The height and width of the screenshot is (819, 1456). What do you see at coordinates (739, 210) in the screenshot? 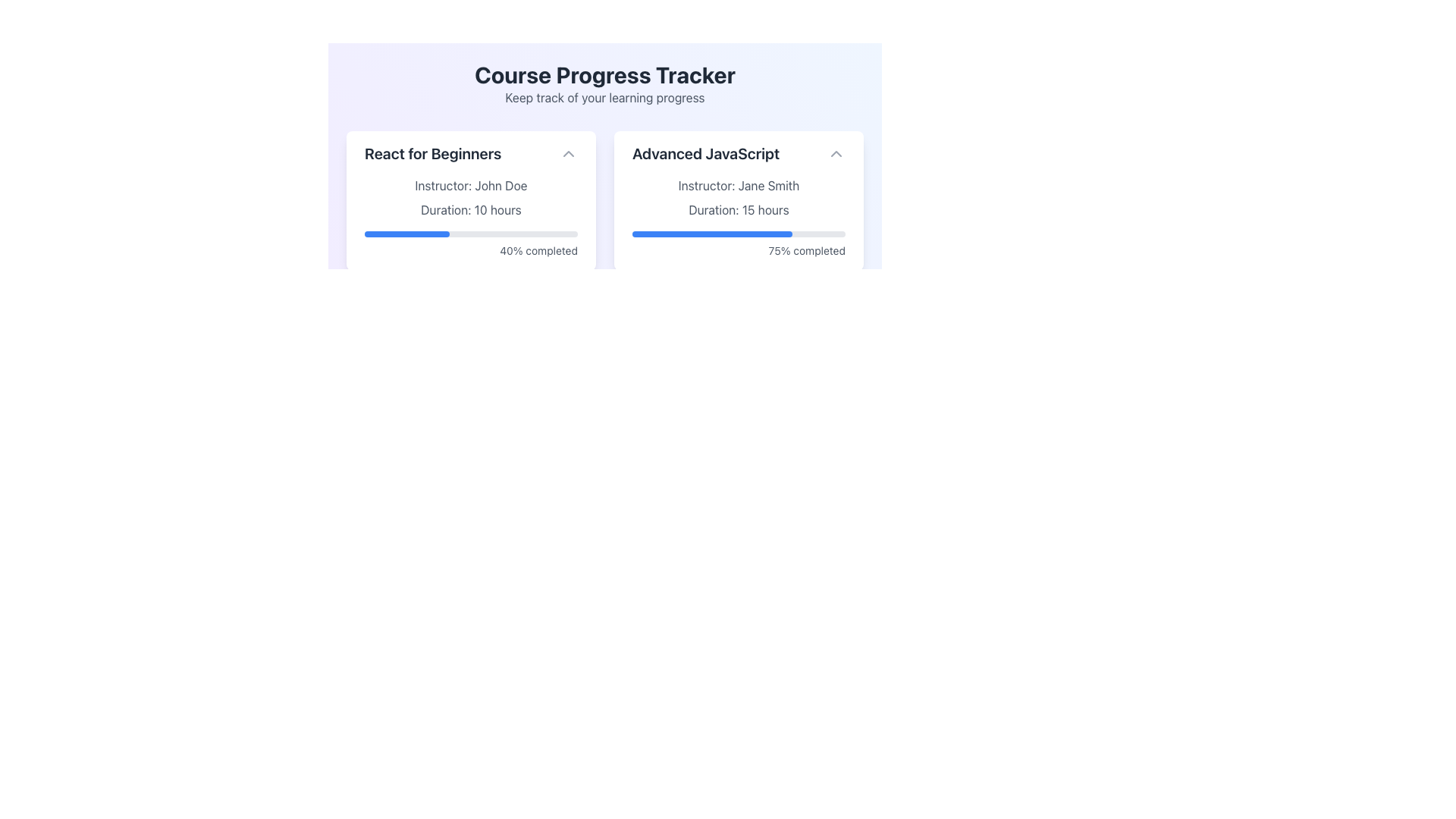
I see `information displayed in the text label that indicates 'Duration: 15 hours' within the structured information card for 'Advanced JavaScript'` at bounding box center [739, 210].